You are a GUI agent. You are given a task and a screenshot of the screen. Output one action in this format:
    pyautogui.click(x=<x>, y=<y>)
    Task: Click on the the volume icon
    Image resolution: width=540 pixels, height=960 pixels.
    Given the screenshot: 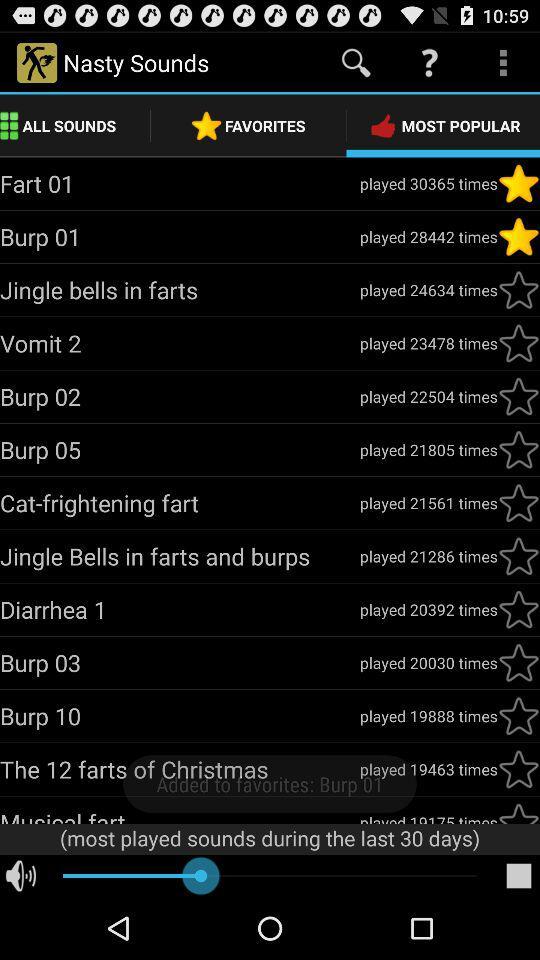 What is the action you would take?
    pyautogui.click(x=20, y=937)
    